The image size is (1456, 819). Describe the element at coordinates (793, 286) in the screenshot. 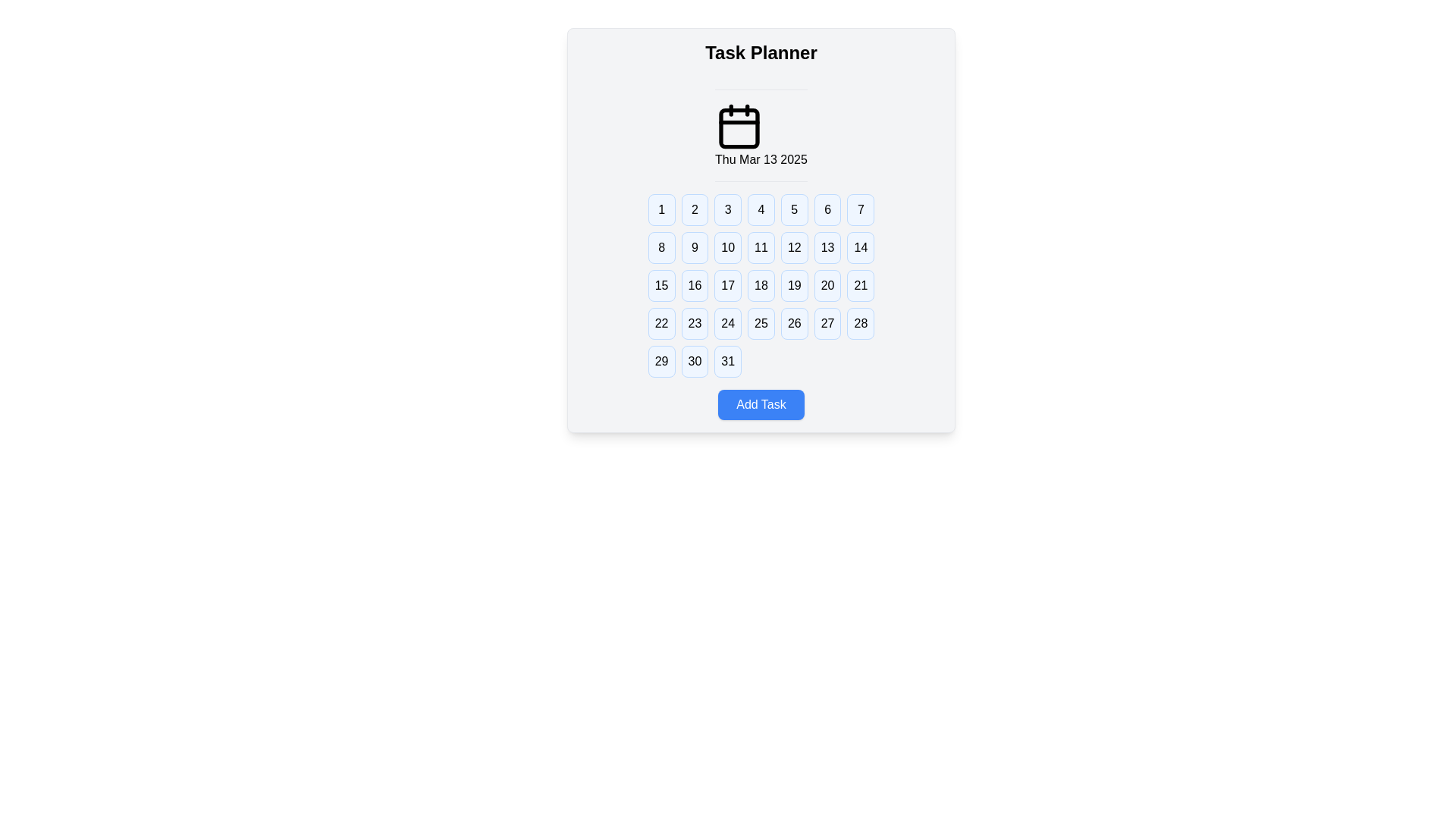

I see `the button-like grid cell displaying the number '19' which is located in the third row and fifth column of the calendar grid` at that location.